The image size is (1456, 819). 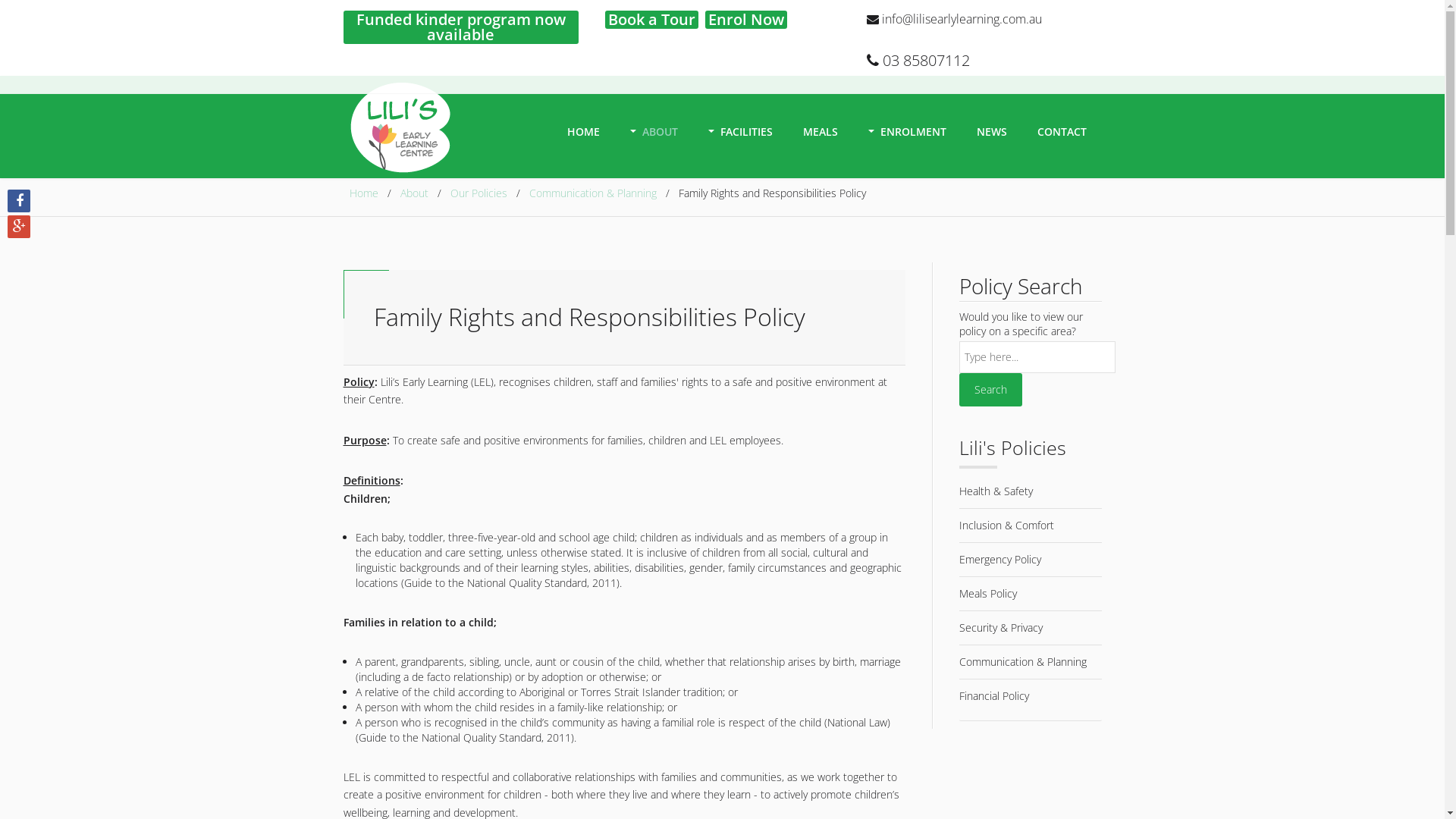 I want to click on 'Search', so click(x=990, y=388).